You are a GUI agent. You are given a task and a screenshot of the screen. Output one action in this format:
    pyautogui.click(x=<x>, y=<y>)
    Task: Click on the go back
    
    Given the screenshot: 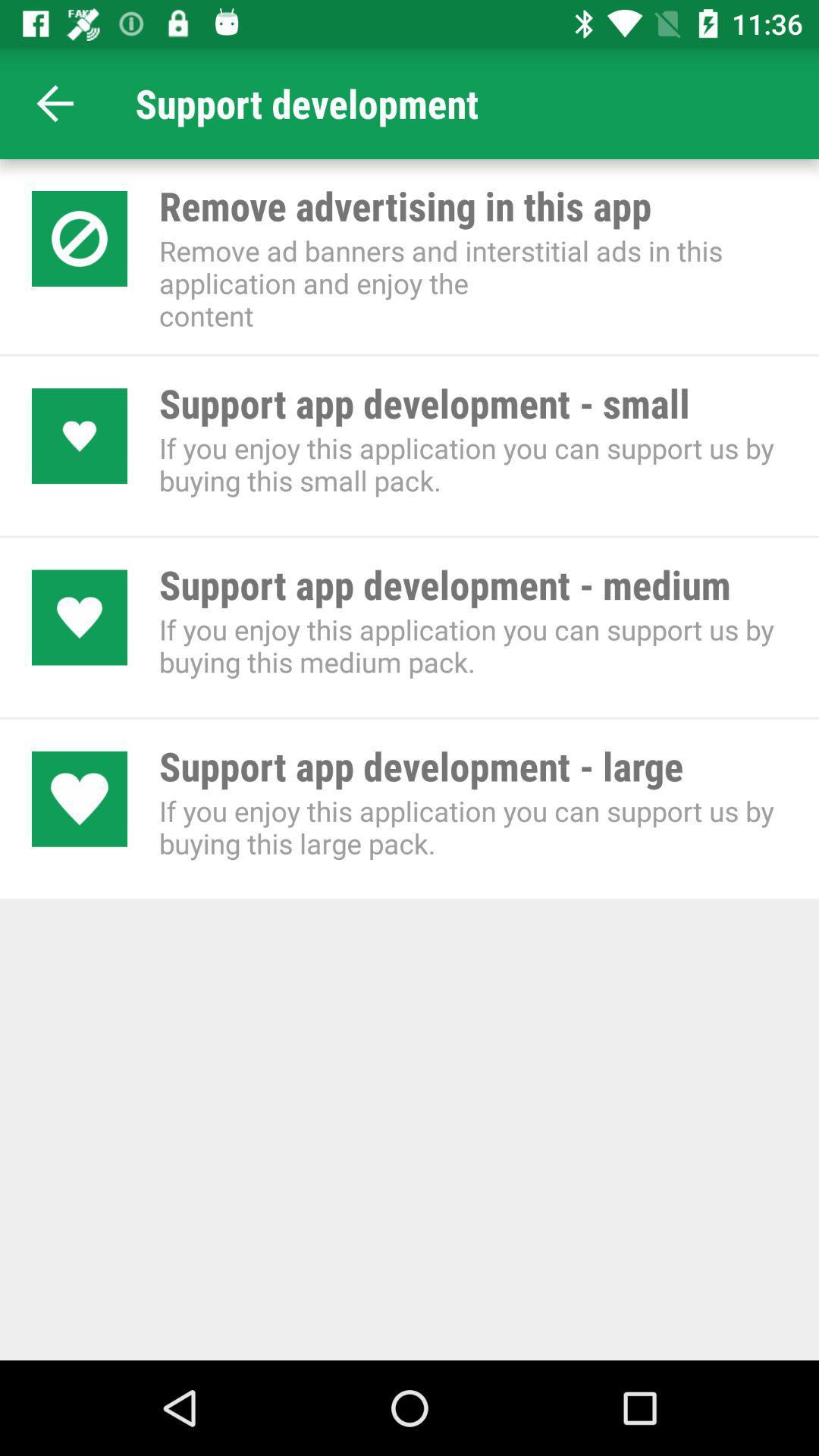 What is the action you would take?
    pyautogui.click(x=55, y=102)
    